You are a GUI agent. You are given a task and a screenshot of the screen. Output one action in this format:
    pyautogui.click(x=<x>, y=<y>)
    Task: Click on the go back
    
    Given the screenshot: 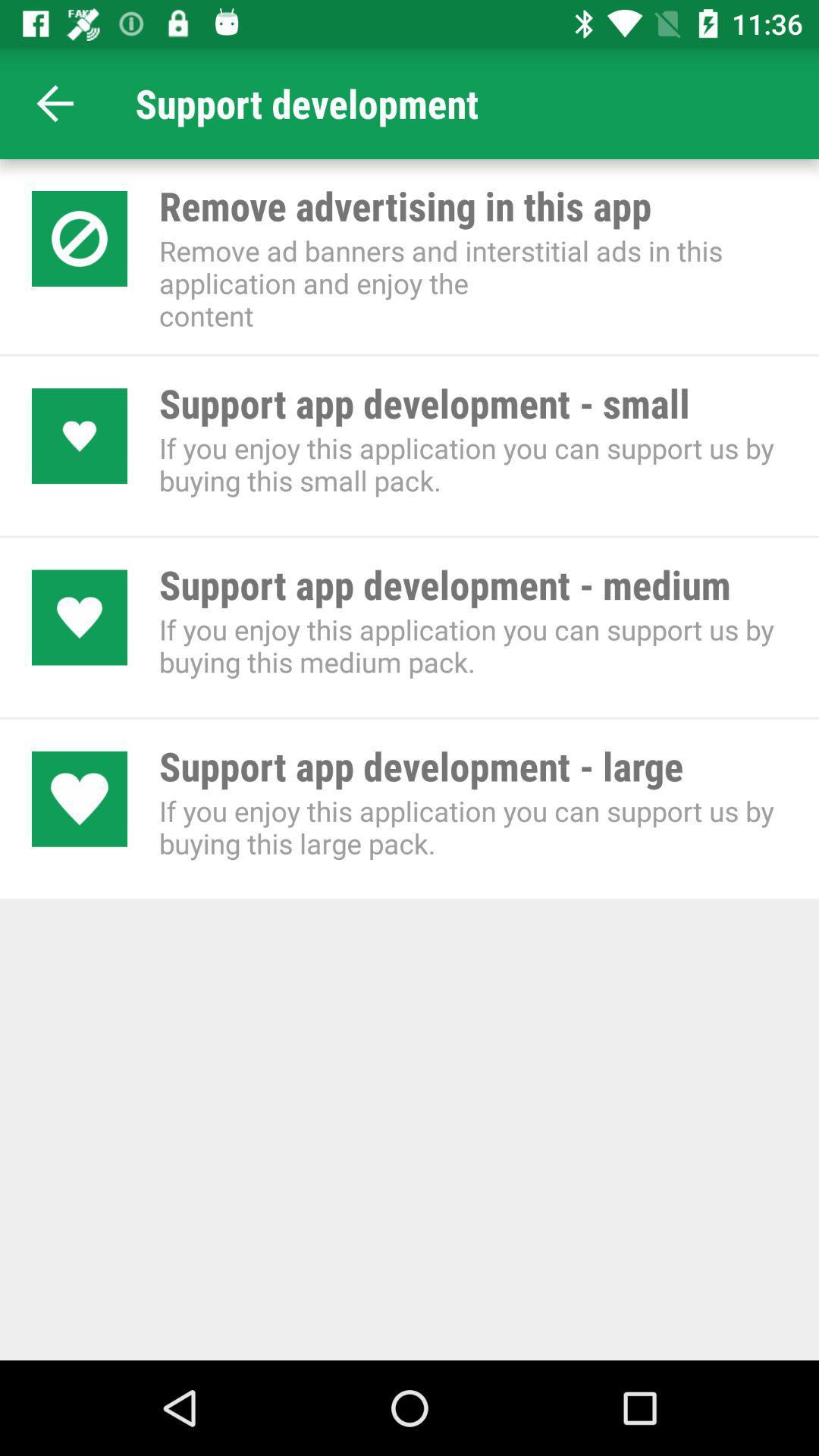 What is the action you would take?
    pyautogui.click(x=55, y=102)
    